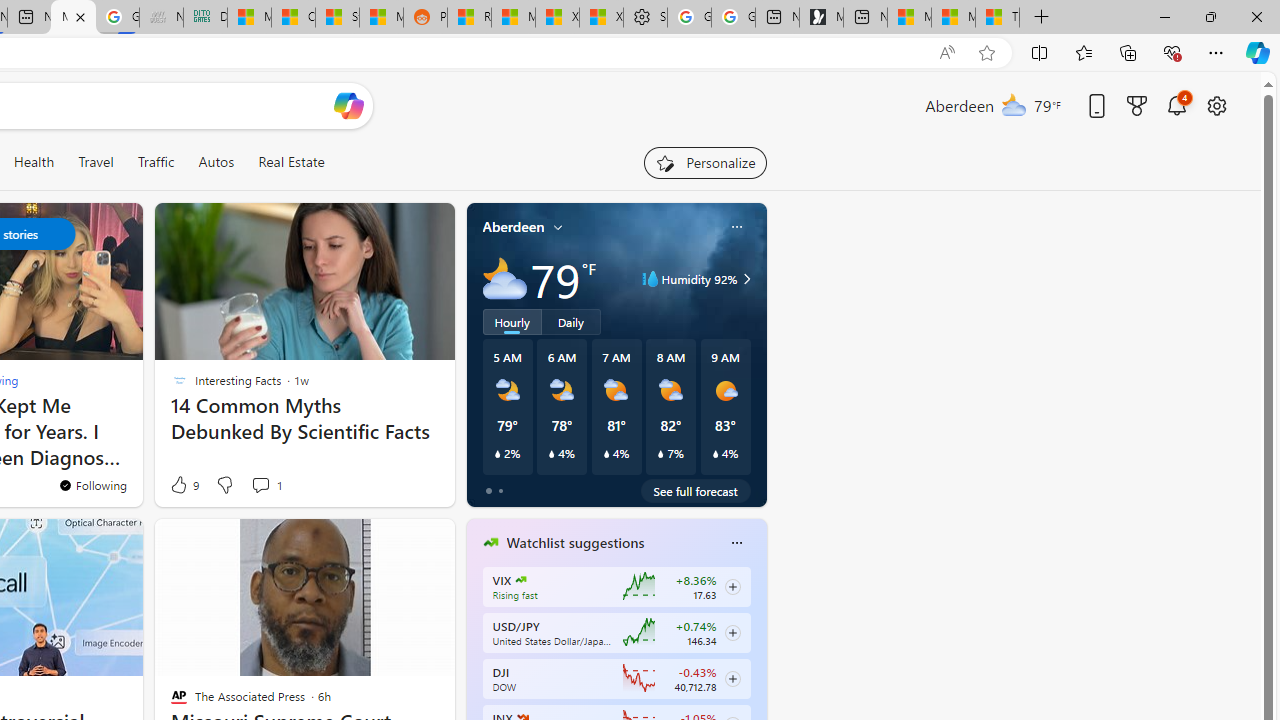 The height and width of the screenshot is (720, 1280). What do you see at coordinates (504, 279) in the screenshot?
I see `'Mostly cloudy'` at bounding box center [504, 279].